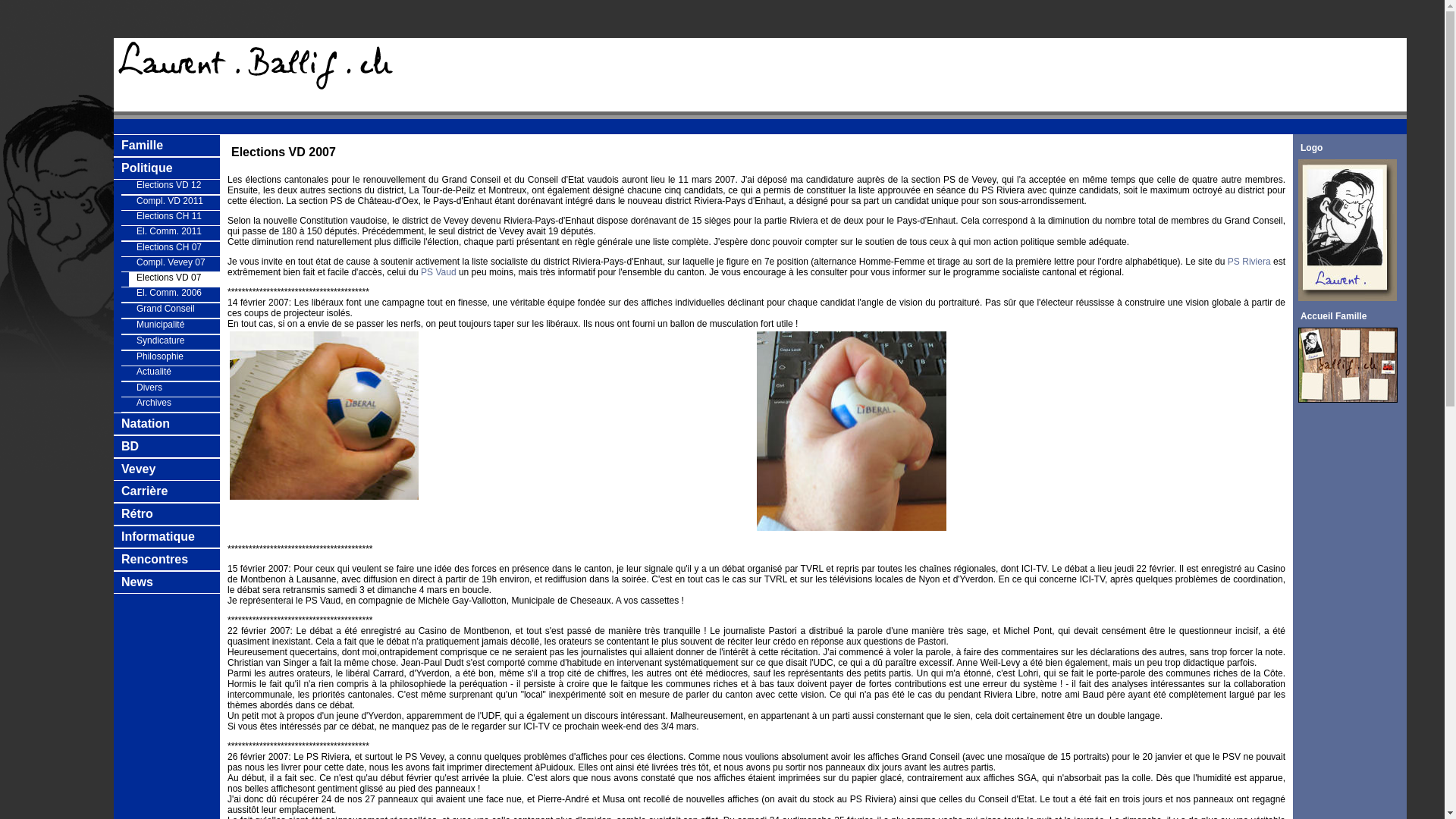  What do you see at coordinates (177, 402) in the screenshot?
I see `'Archives'` at bounding box center [177, 402].